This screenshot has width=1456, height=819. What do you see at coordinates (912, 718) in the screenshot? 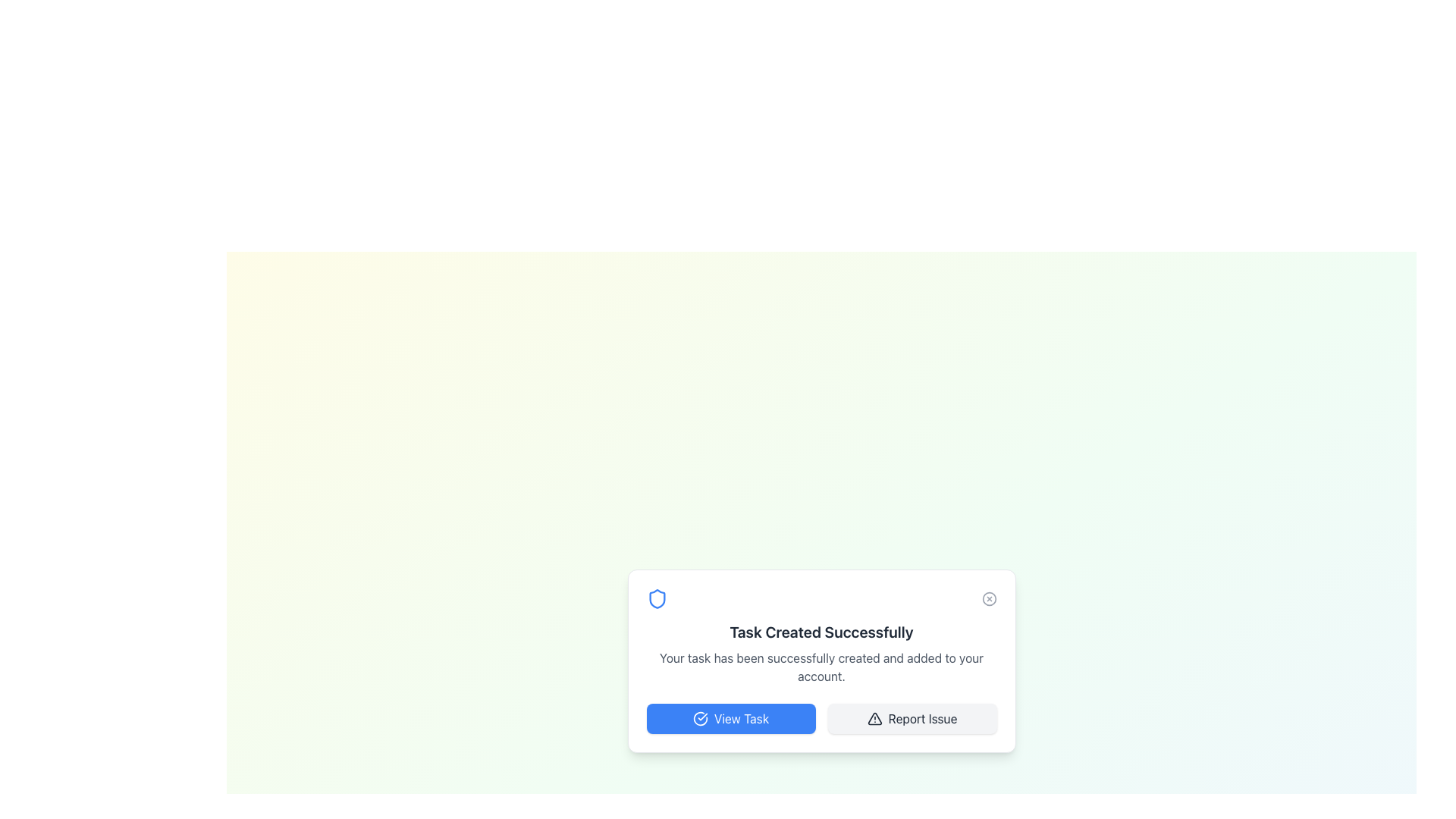
I see `the 'Report Issue' button located to the right of the 'View Task' button` at bounding box center [912, 718].